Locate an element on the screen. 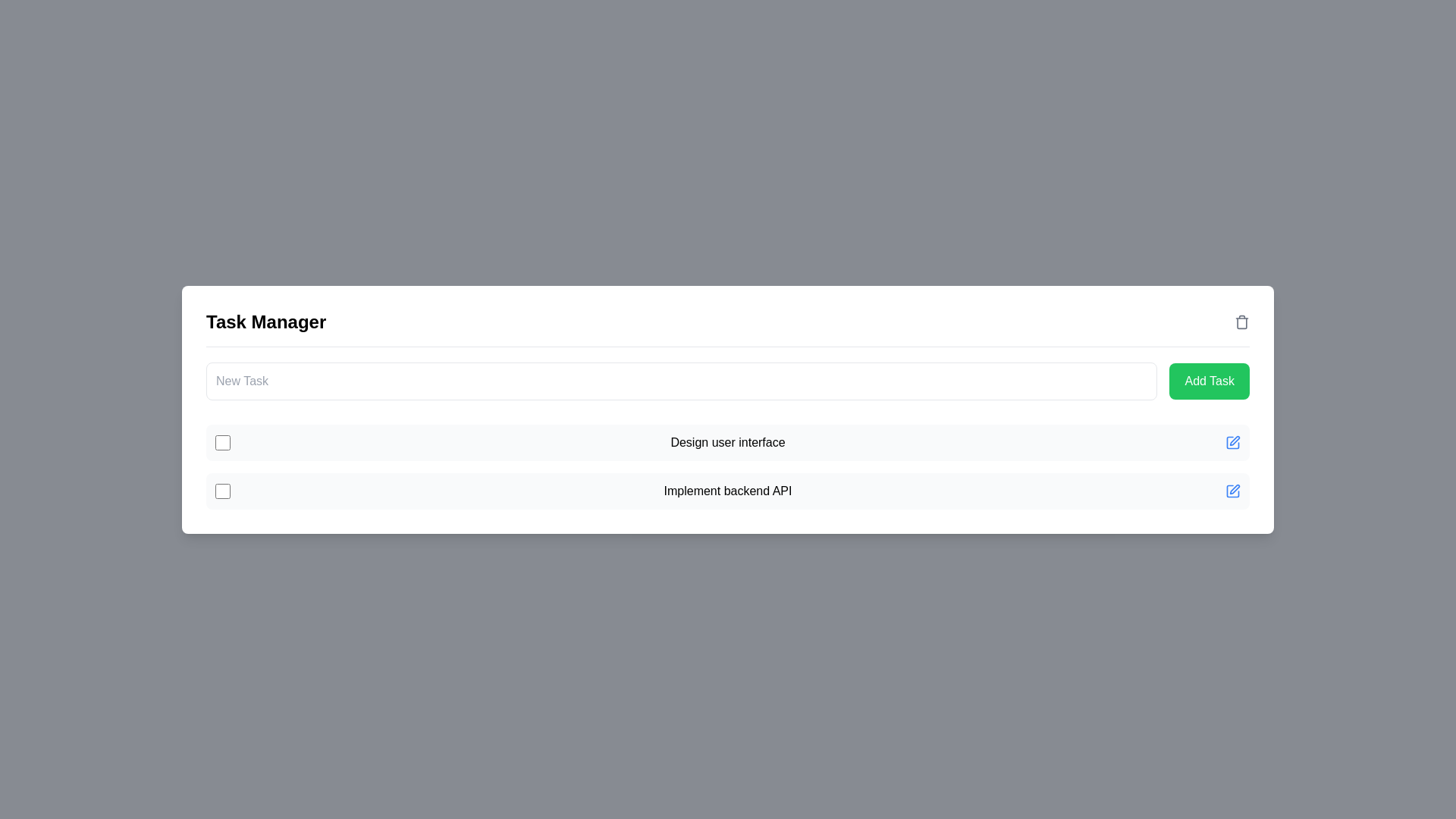  the button located on the right-hand side of the task input field is located at coordinates (1209, 380).